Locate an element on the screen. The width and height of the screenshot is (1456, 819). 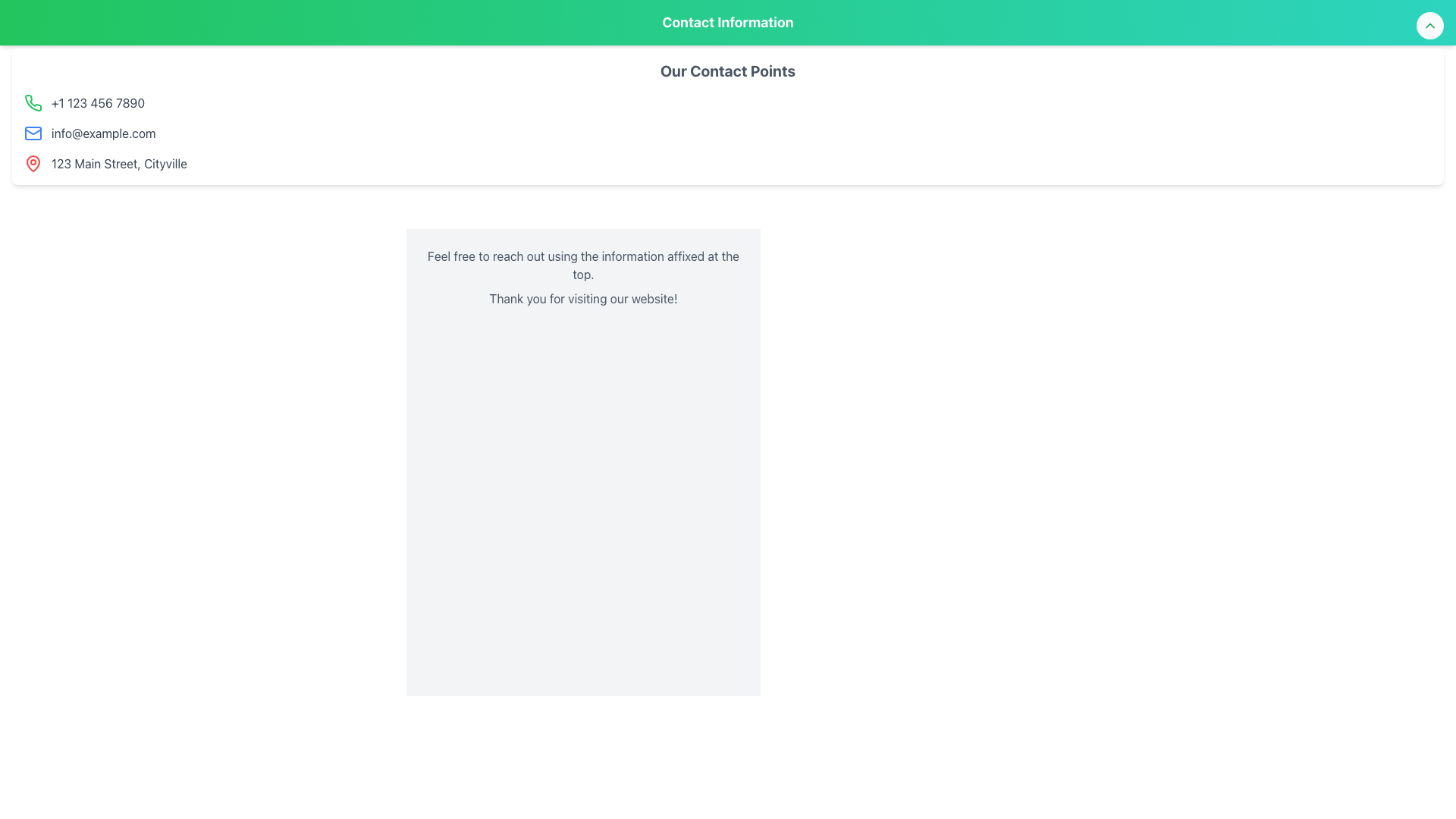
the Vector icon that visually represents a physical location, located immediately to the left of the address '123 Main Street, Cityville' in the lower section of the contact information list is located at coordinates (33, 164).